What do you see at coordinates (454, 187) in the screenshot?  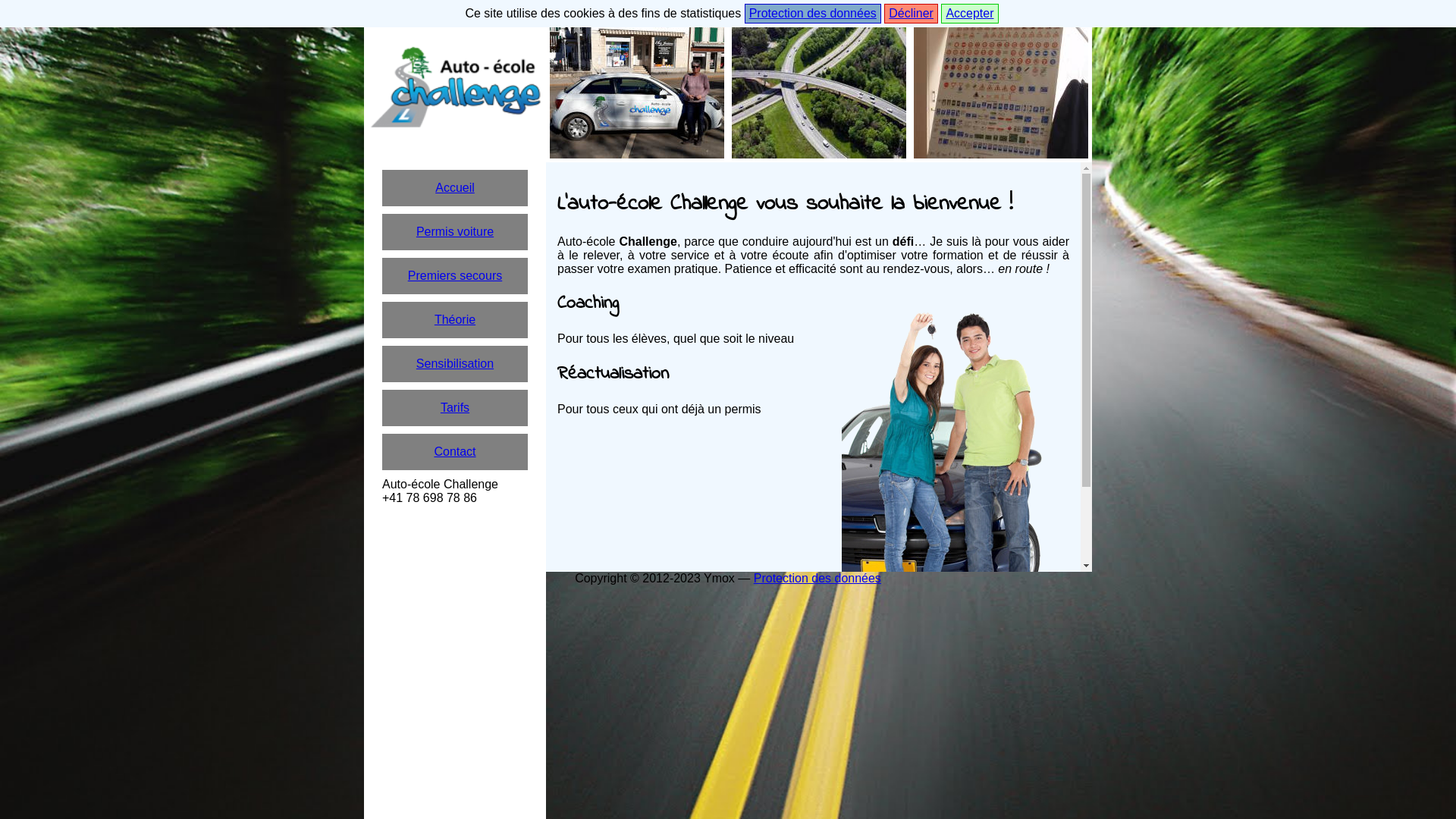 I see `'Accueil'` at bounding box center [454, 187].